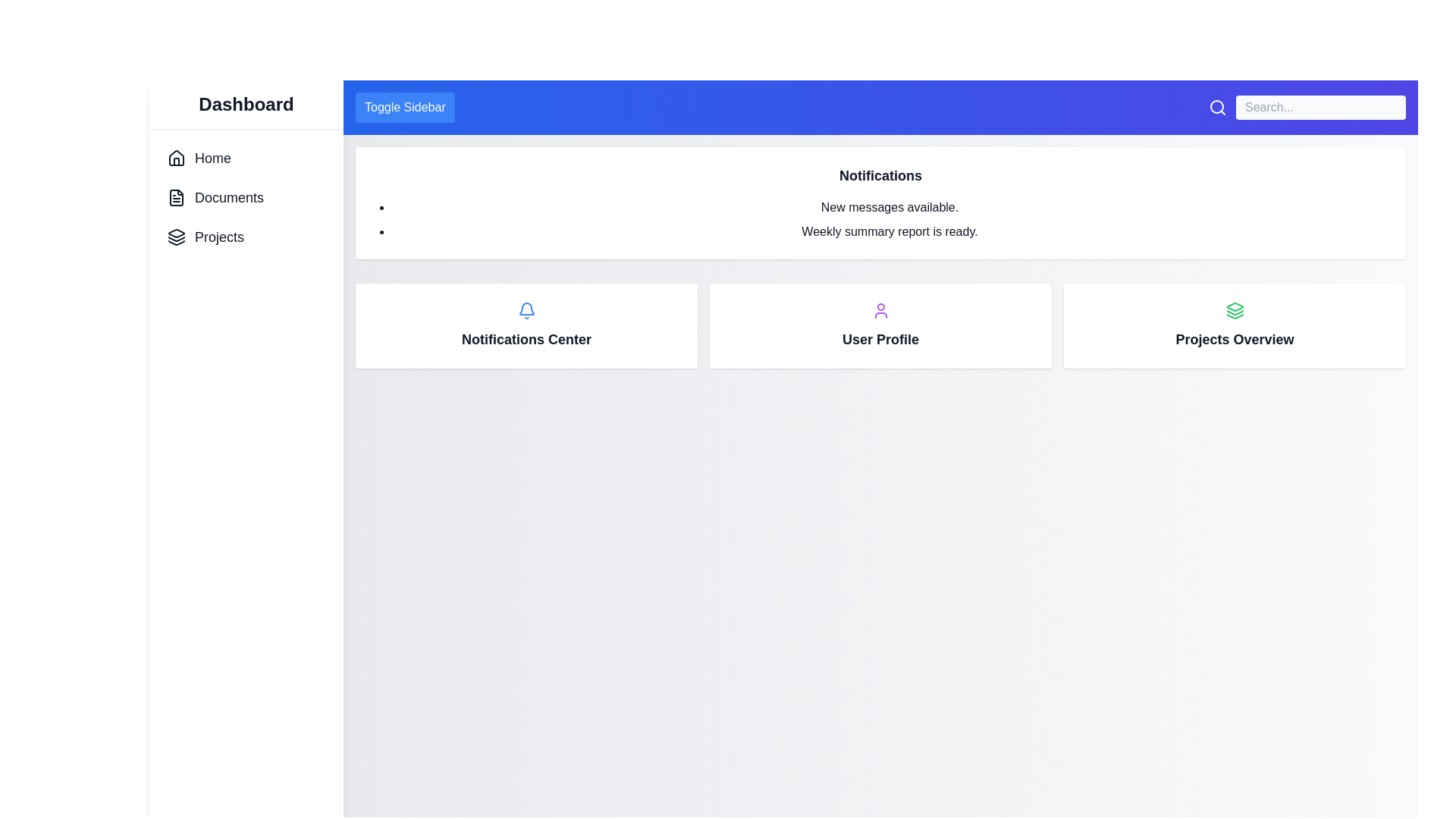 This screenshot has height=819, width=1456. What do you see at coordinates (246, 104) in the screenshot?
I see `the 'Dashboard' text label at the top of the sidebar menu, which is displayed in a bold and large font style` at bounding box center [246, 104].